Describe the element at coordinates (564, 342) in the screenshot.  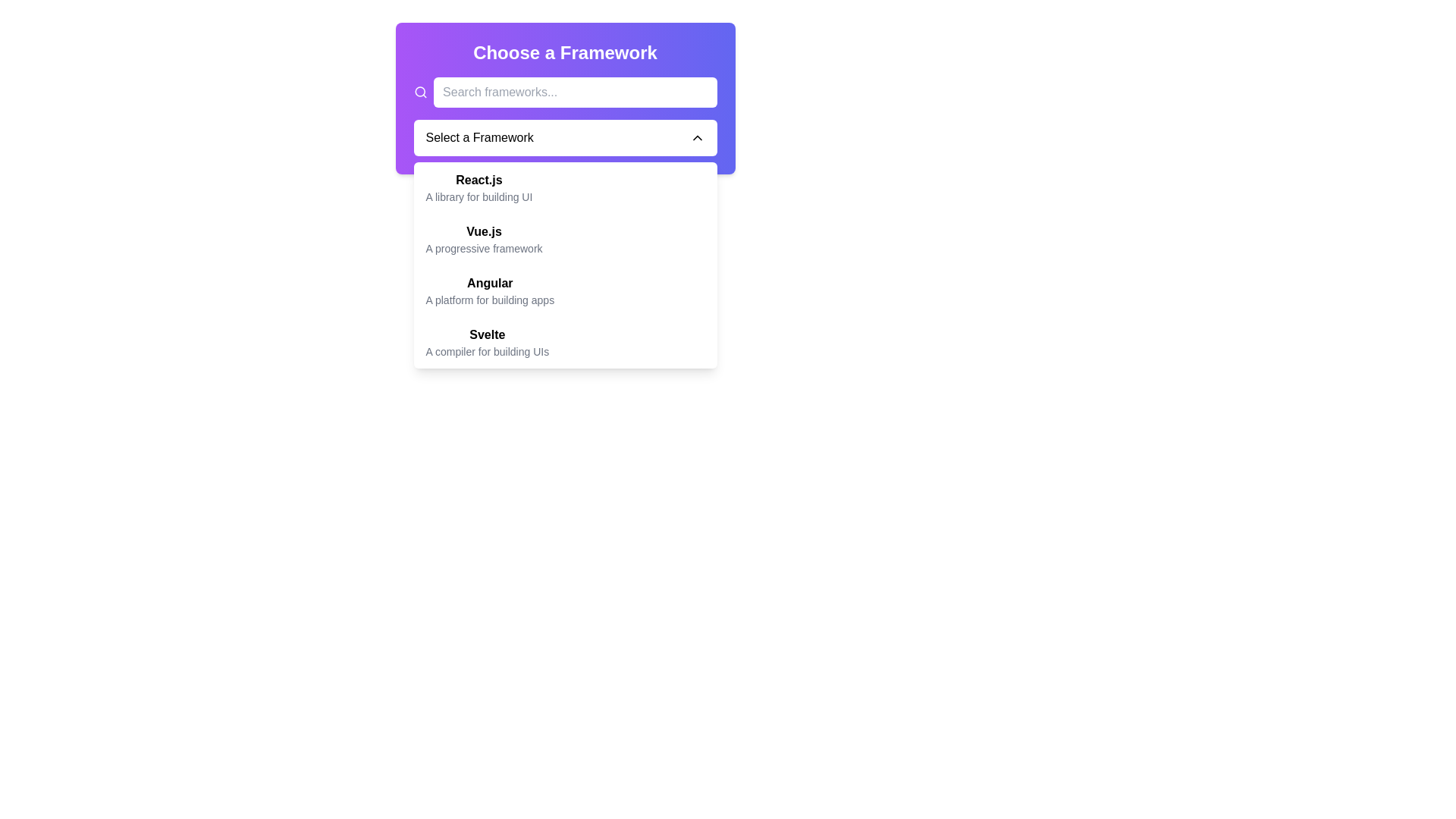
I see `the fourth item in the dropdown list` at that location.